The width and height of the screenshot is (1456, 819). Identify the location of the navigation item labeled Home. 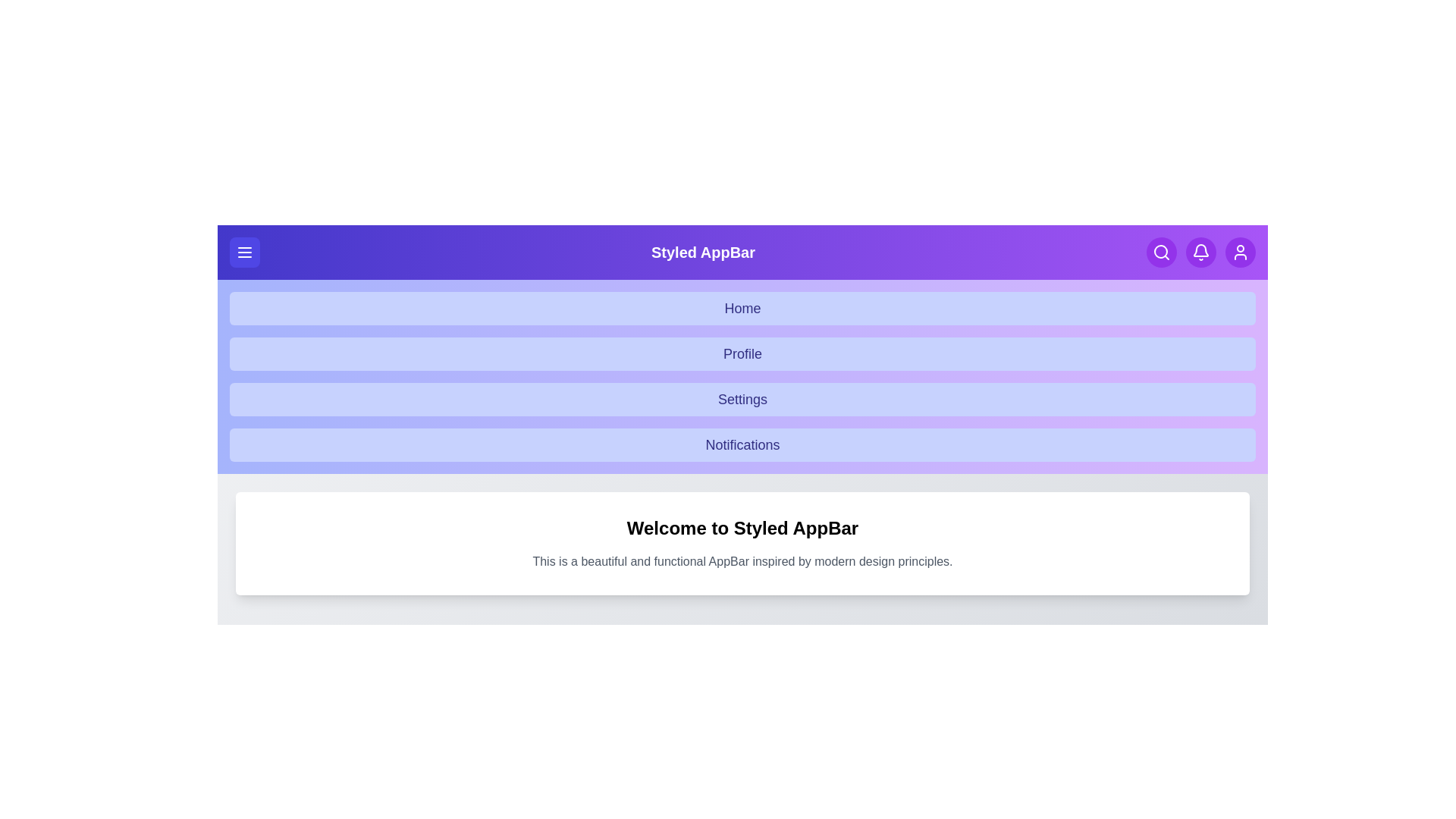
(742, 308).